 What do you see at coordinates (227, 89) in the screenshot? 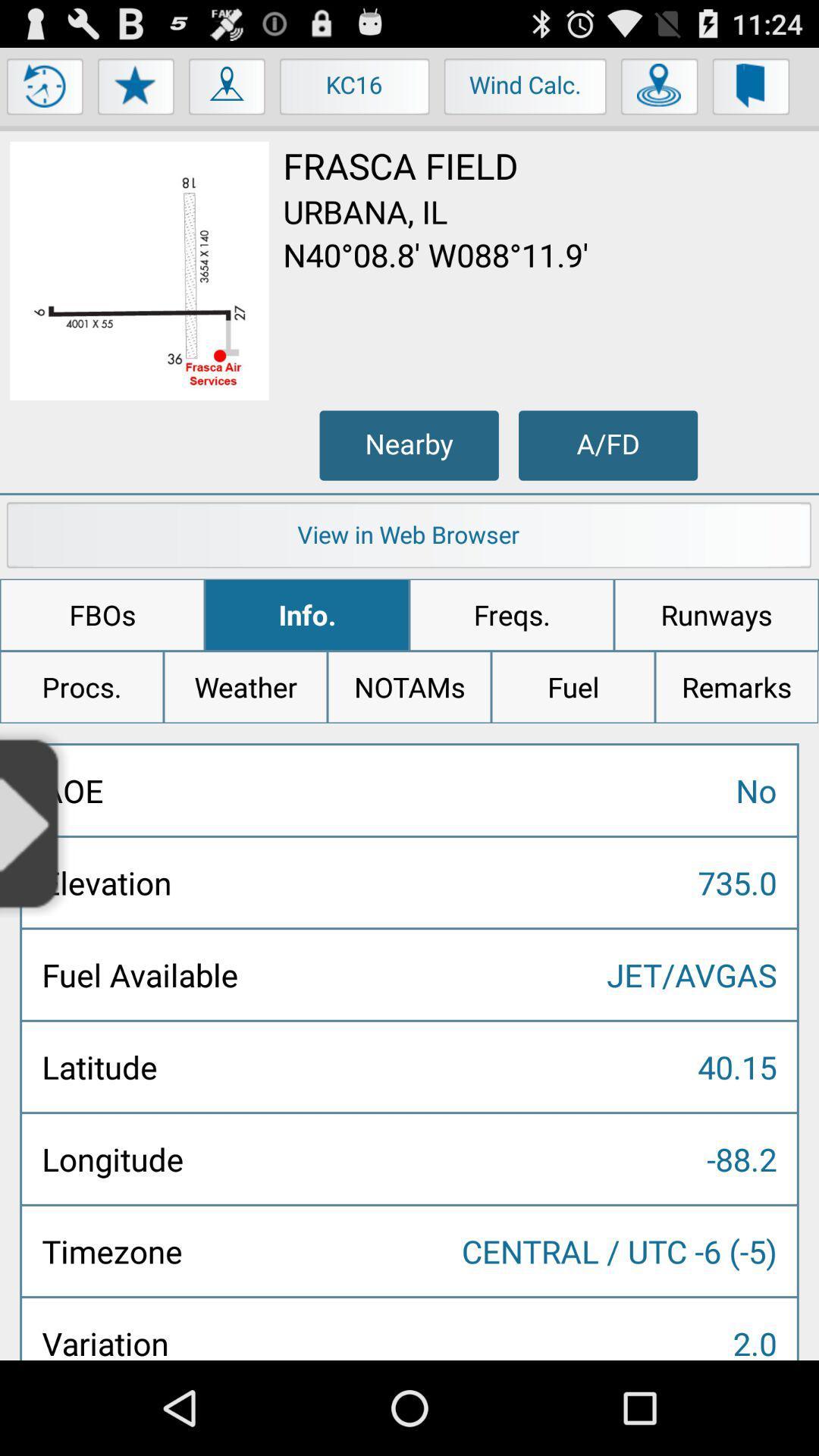
I see `the icon next to the kc16` at bounding box center [227, 89].